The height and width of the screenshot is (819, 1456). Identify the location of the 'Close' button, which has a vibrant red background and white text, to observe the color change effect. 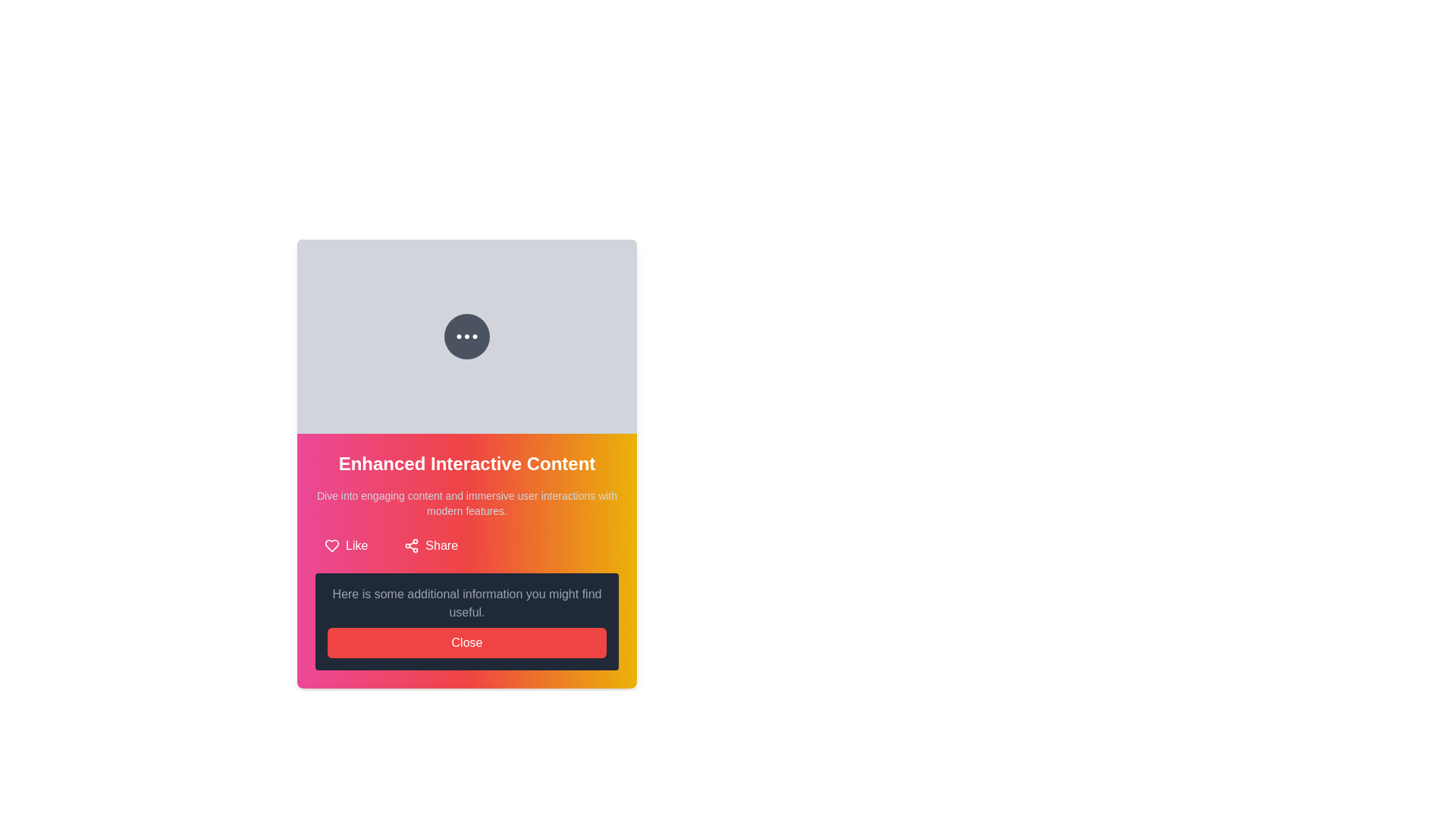
(466, 643).